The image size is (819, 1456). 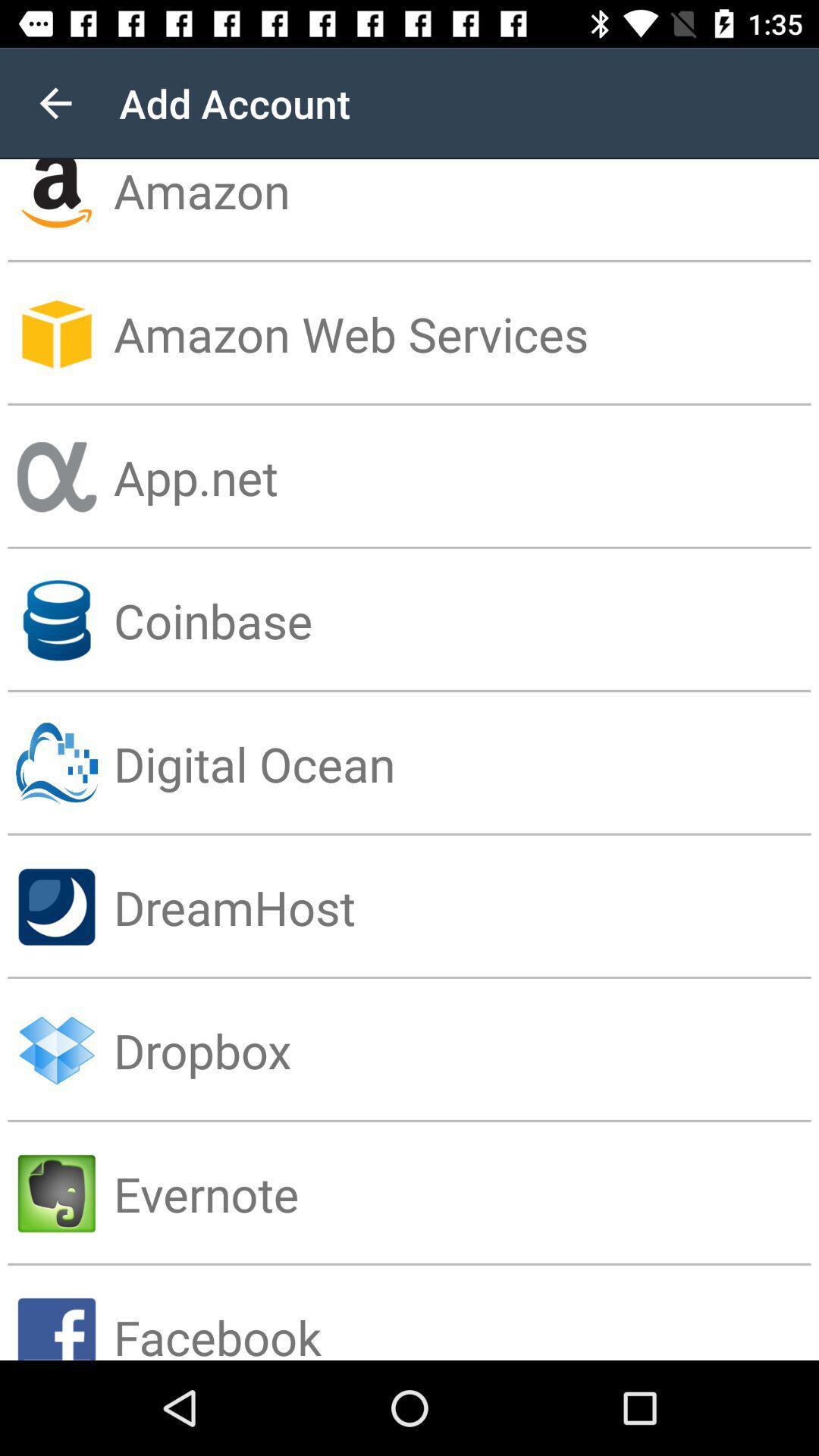 I want to click on the facebook item, so click(x=465, y=1312).